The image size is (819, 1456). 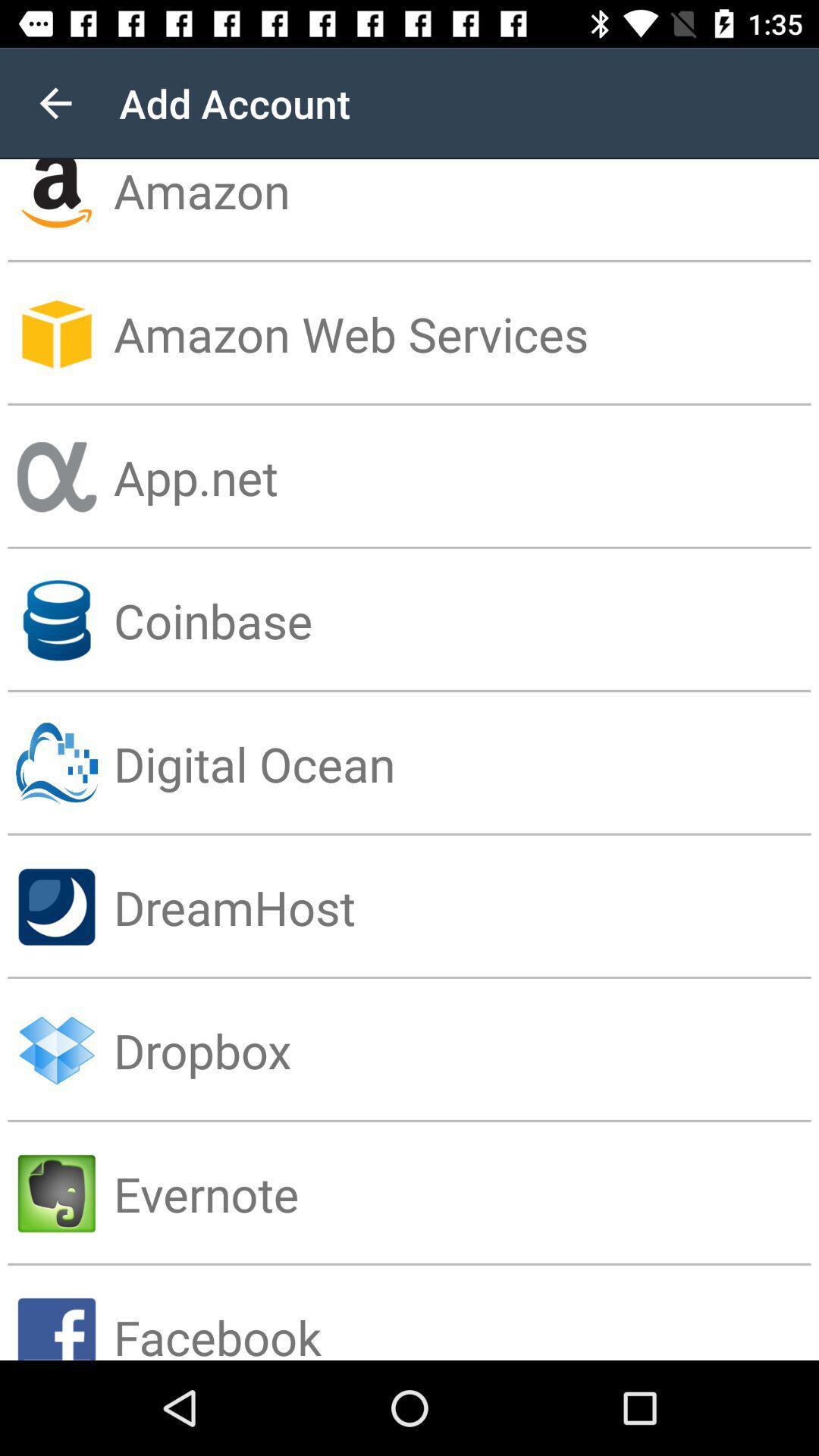 I want to click on the facebook item, so click(x=465, y=1312).